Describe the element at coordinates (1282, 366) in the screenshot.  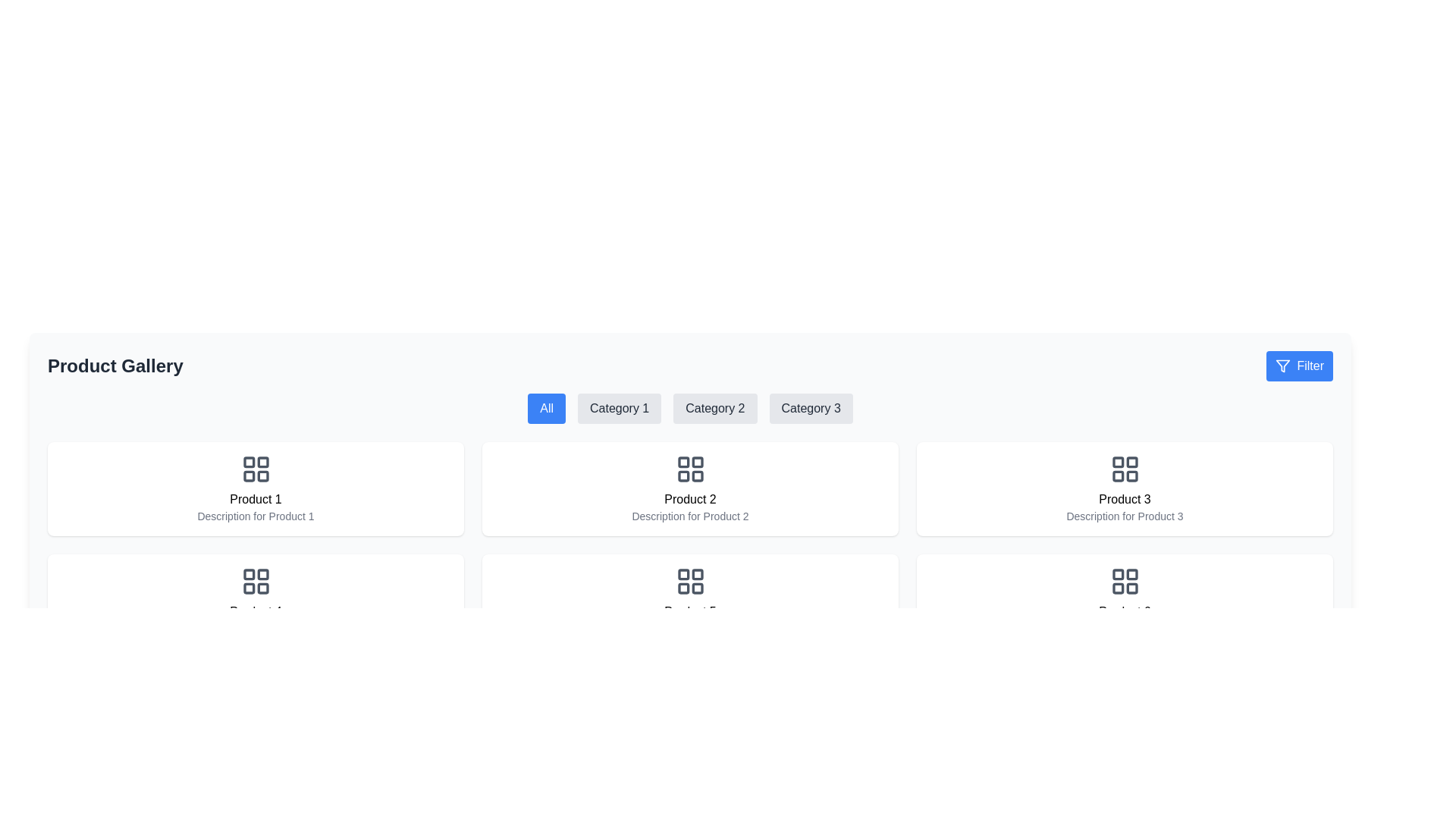
I see `the funnel icon within the 'Filter' button located at the top right of the interface` at that location.